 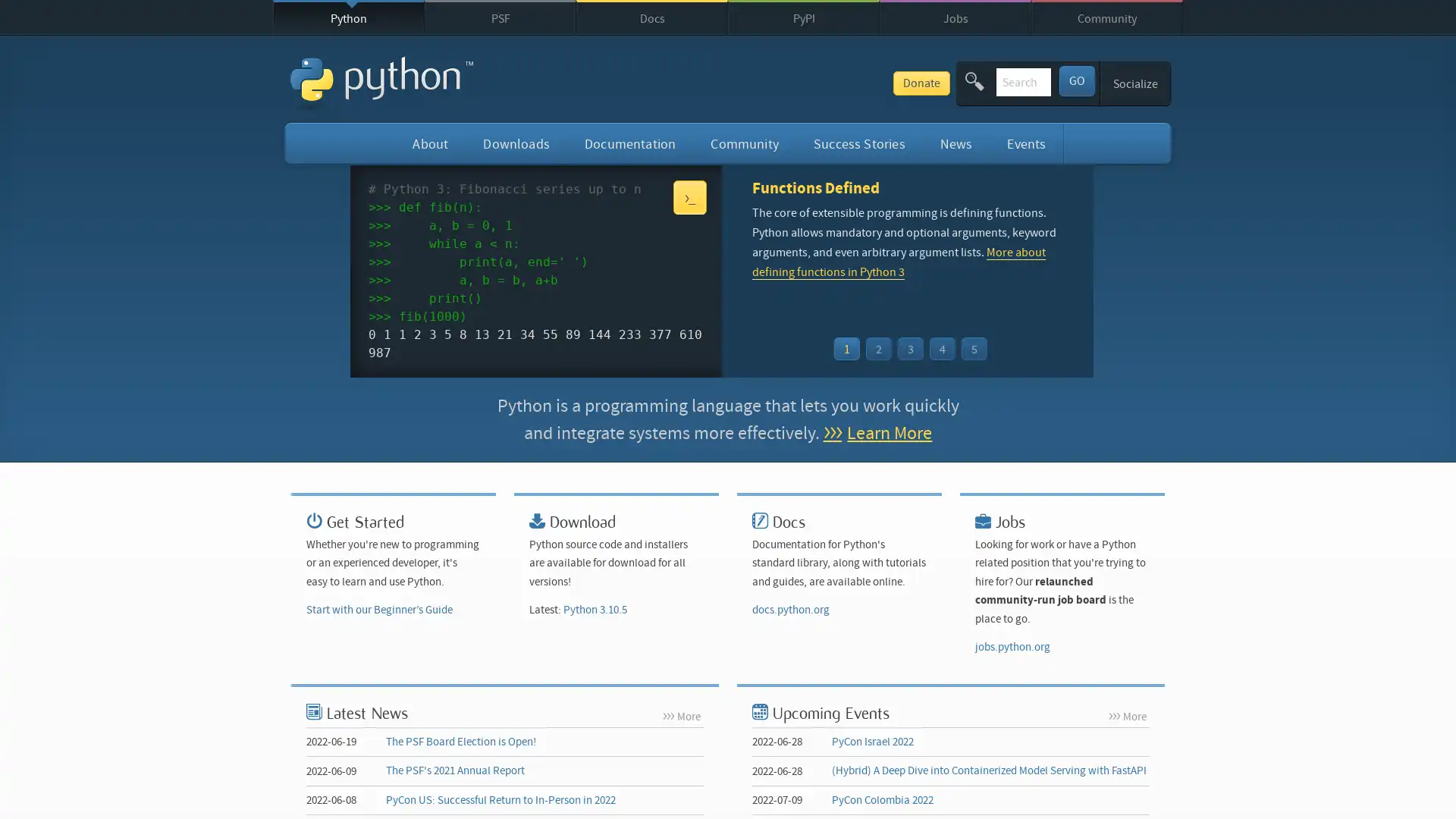 I want to click on GO, so click(x=1075, y=80).